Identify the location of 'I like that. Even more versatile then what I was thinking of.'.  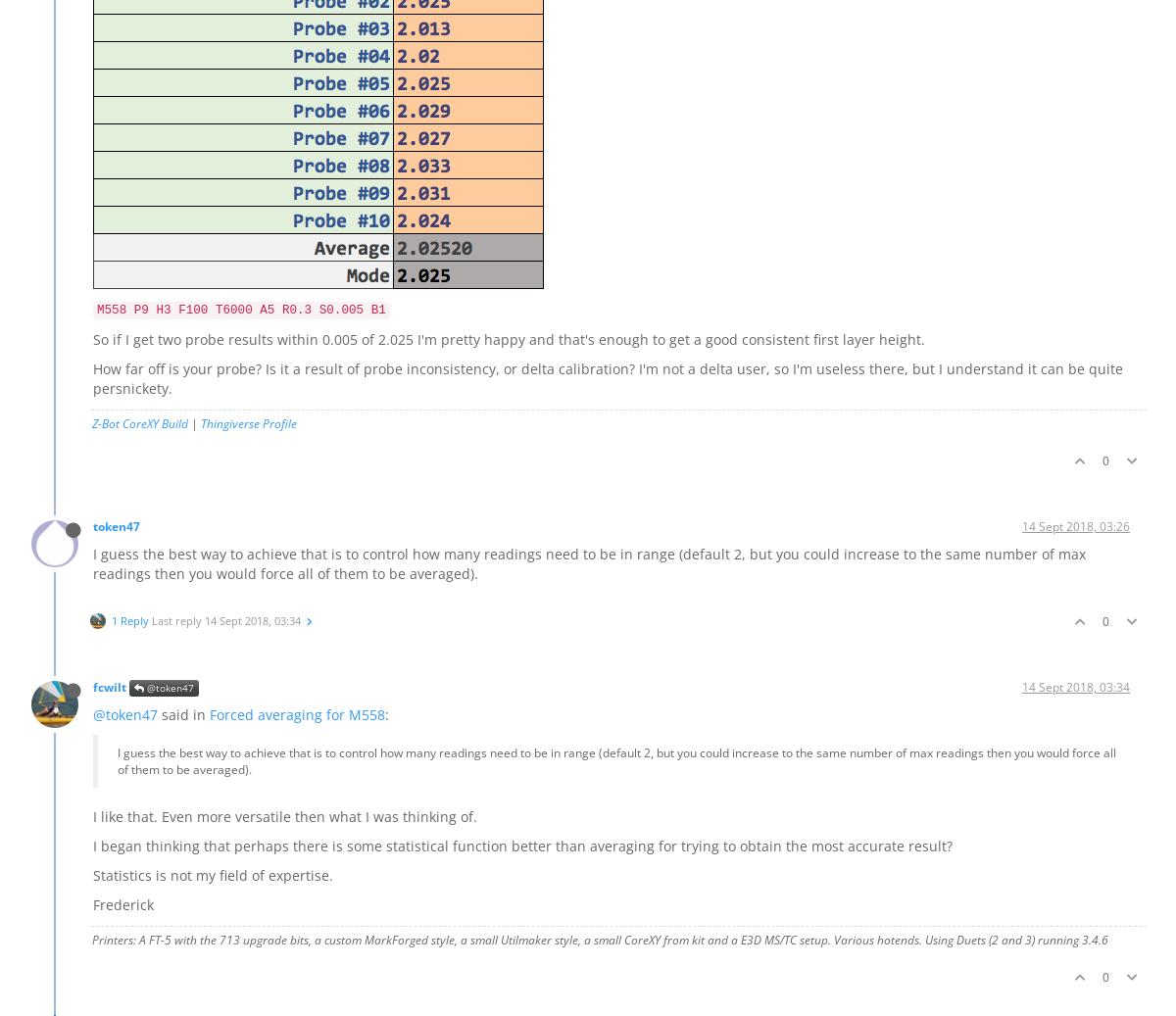
(93, 816).